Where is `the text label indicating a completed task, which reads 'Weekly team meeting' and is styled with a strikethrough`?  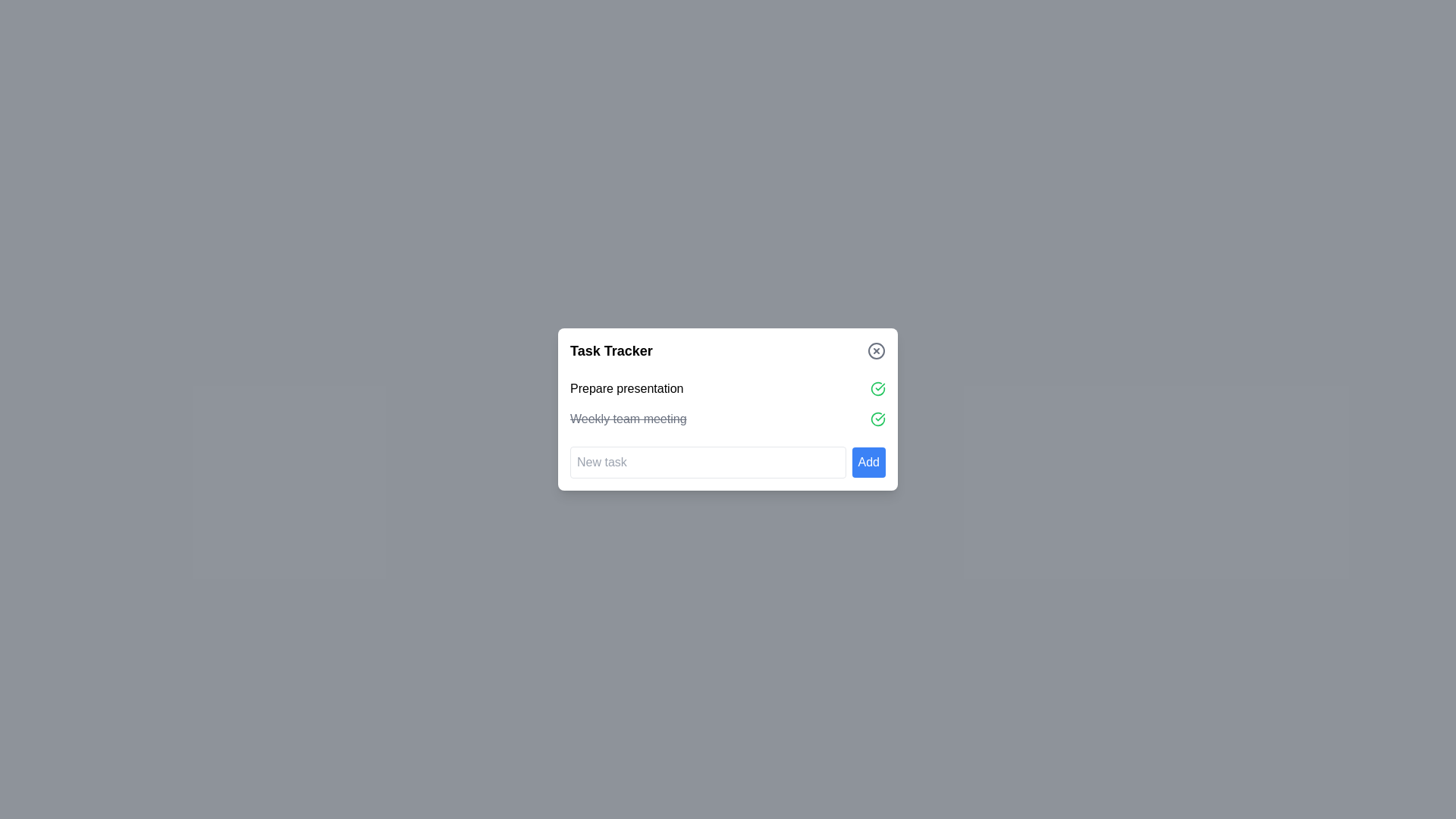
the text label indicating a completed task, which reads 'Weekly team meeting' and is styled with a strikethrough is located at coordinates (628, 419).